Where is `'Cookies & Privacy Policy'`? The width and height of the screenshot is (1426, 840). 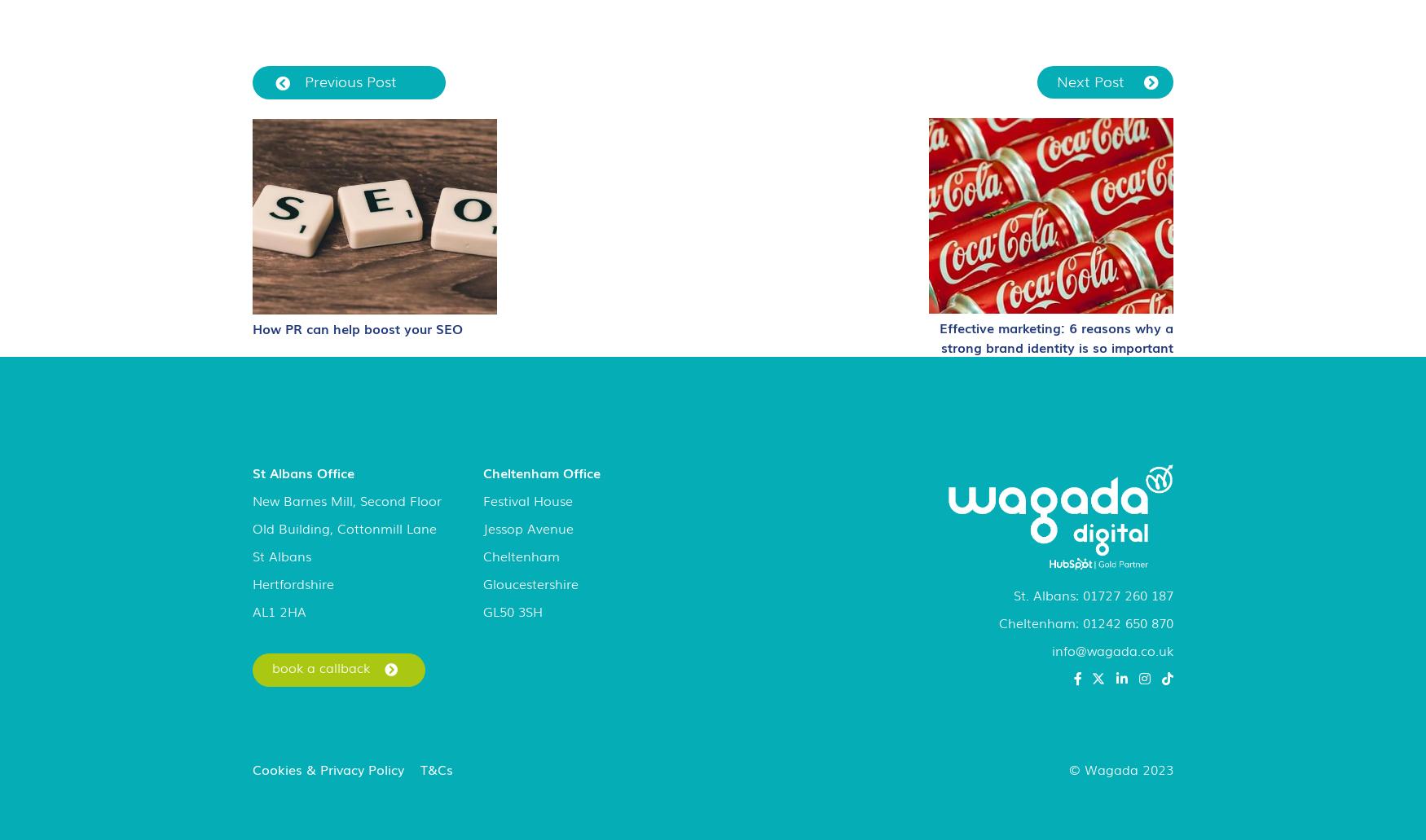 'Cookies & Privacy Policy' is located at coordinates (328, 767).